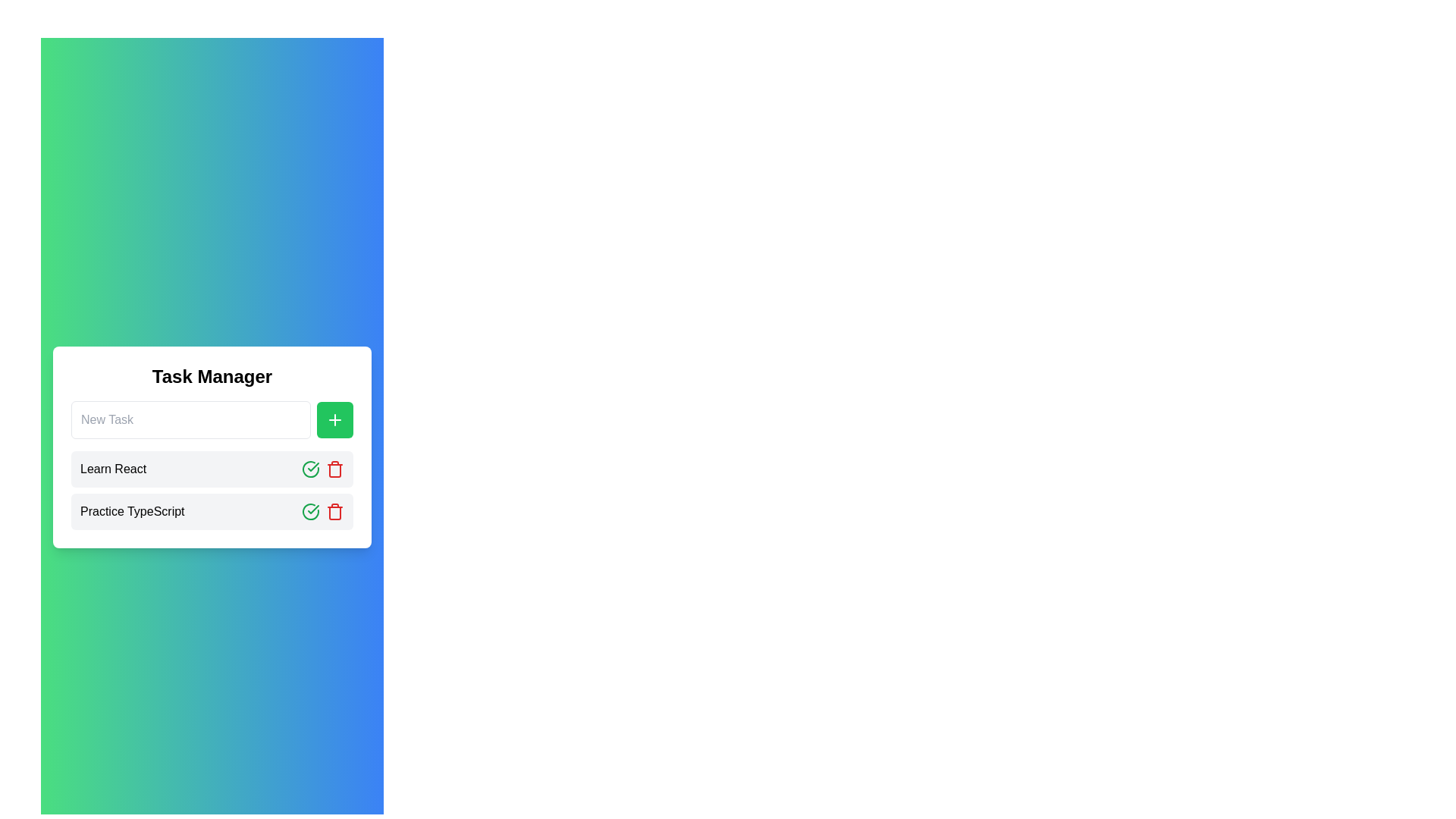  Describe the element at coordinates (112, 468) in the screenshot. I see `the static text label 'Learn React' in the Task Manager section to trigger the tooltip` at that location.